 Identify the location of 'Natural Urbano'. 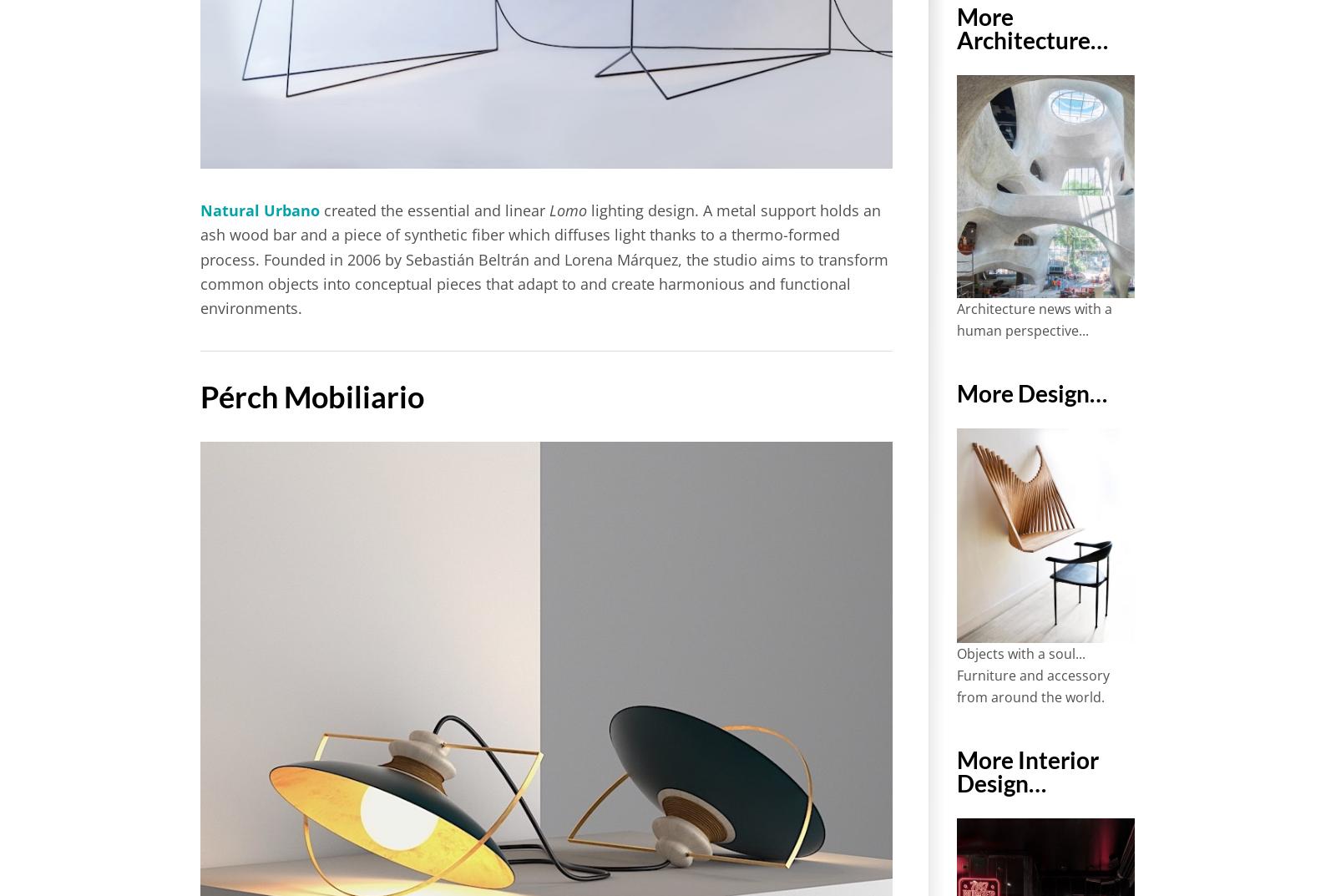
(260, 210).